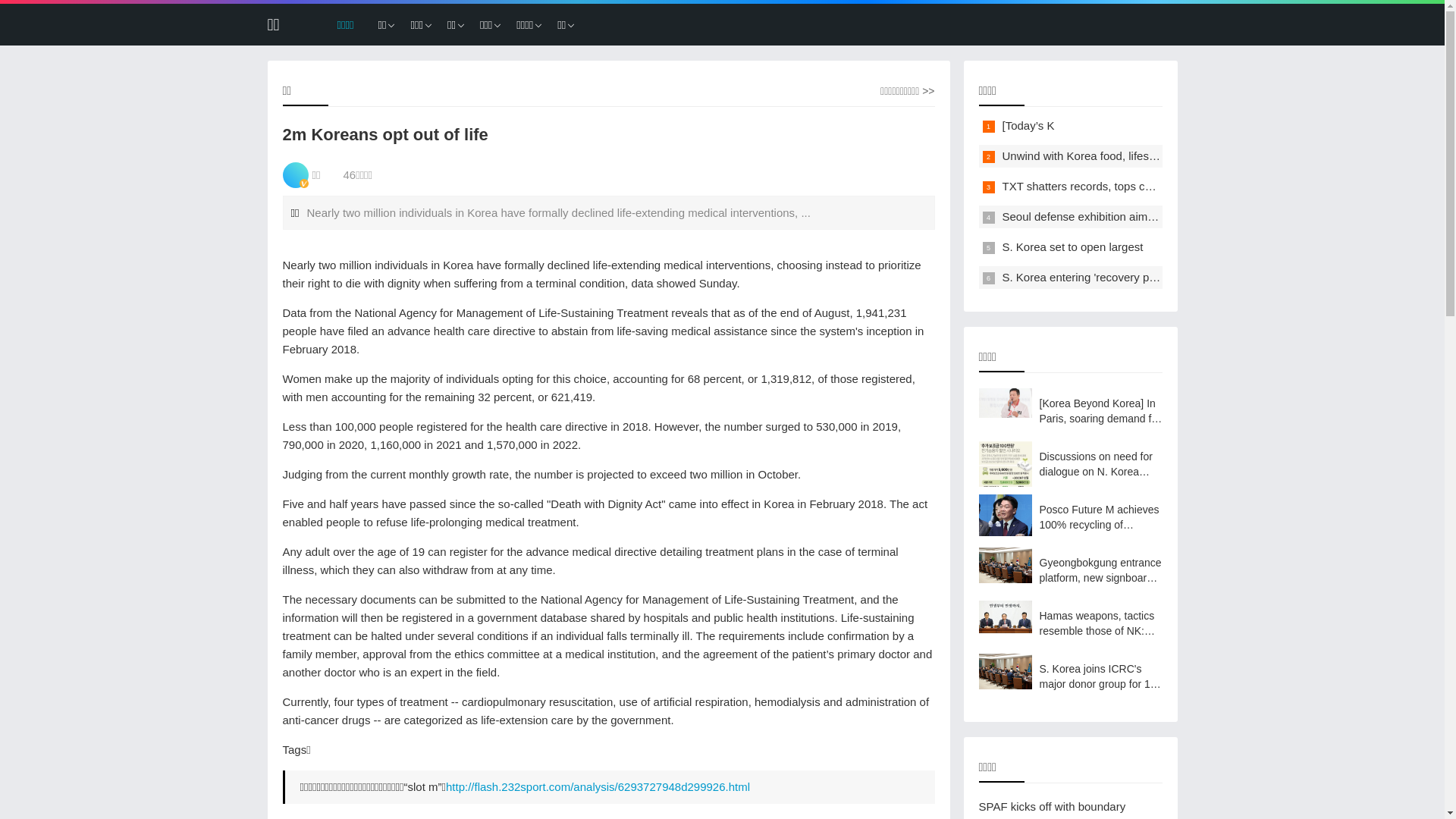 The height and width of the screenshot is (819, 1456). Describe the element at coordinates (1002, 216) in the screenshot. I see `'Seoul defense exhibition aims to boost arms exports'` at that location.